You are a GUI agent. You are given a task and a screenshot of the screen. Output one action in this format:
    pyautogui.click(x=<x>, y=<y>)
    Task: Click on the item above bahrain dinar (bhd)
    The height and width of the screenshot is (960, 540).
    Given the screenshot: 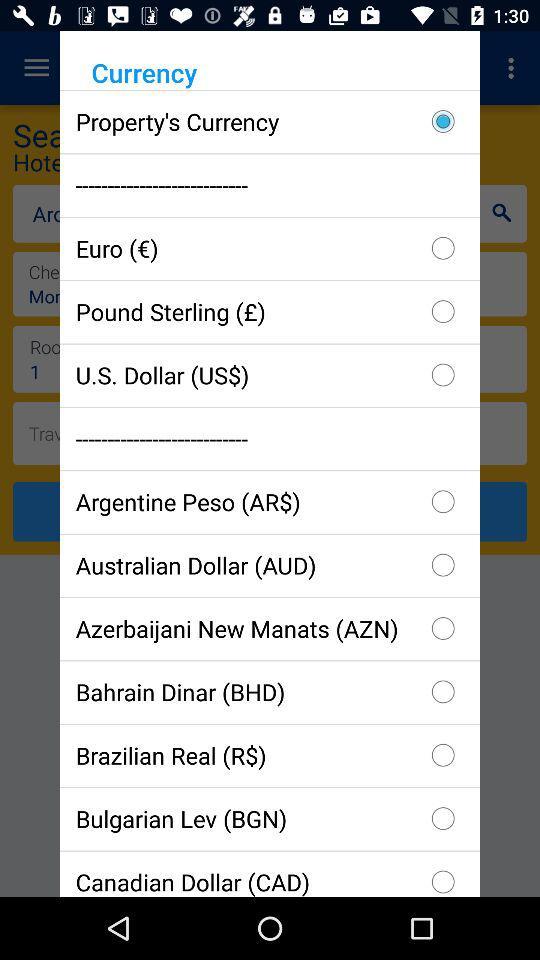 What is the action you would take?
    pyautogui.click(x=270, y=627)
    